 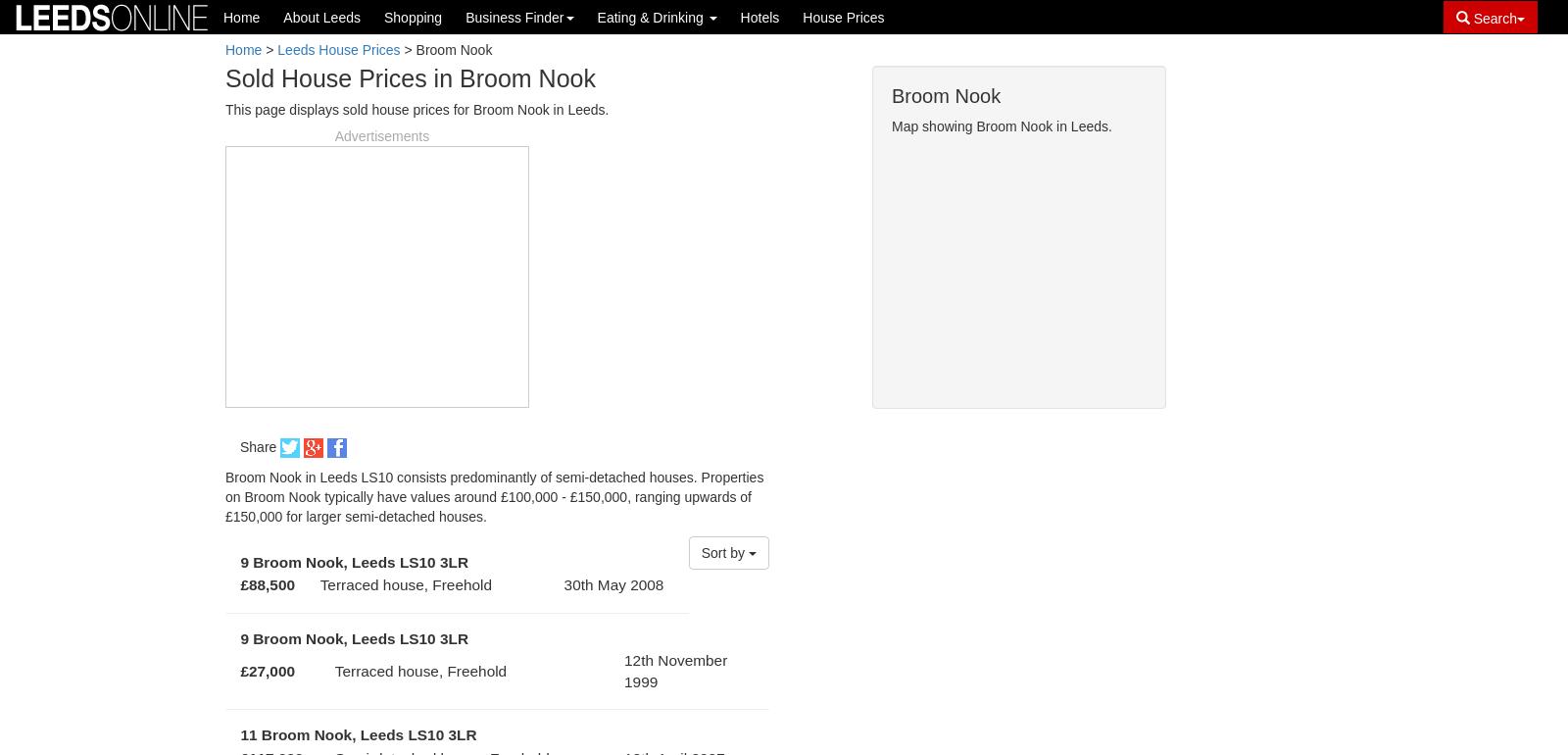 I want to click on 'Broom Nook in Leeds LS10 consists predominantly of semi-detached houses. Properties on Broom Nook typically have values around £100,000 - £150,000, ranging upwards of £150,000 for larger semi-detached houses.', so click(x=493, y=496).